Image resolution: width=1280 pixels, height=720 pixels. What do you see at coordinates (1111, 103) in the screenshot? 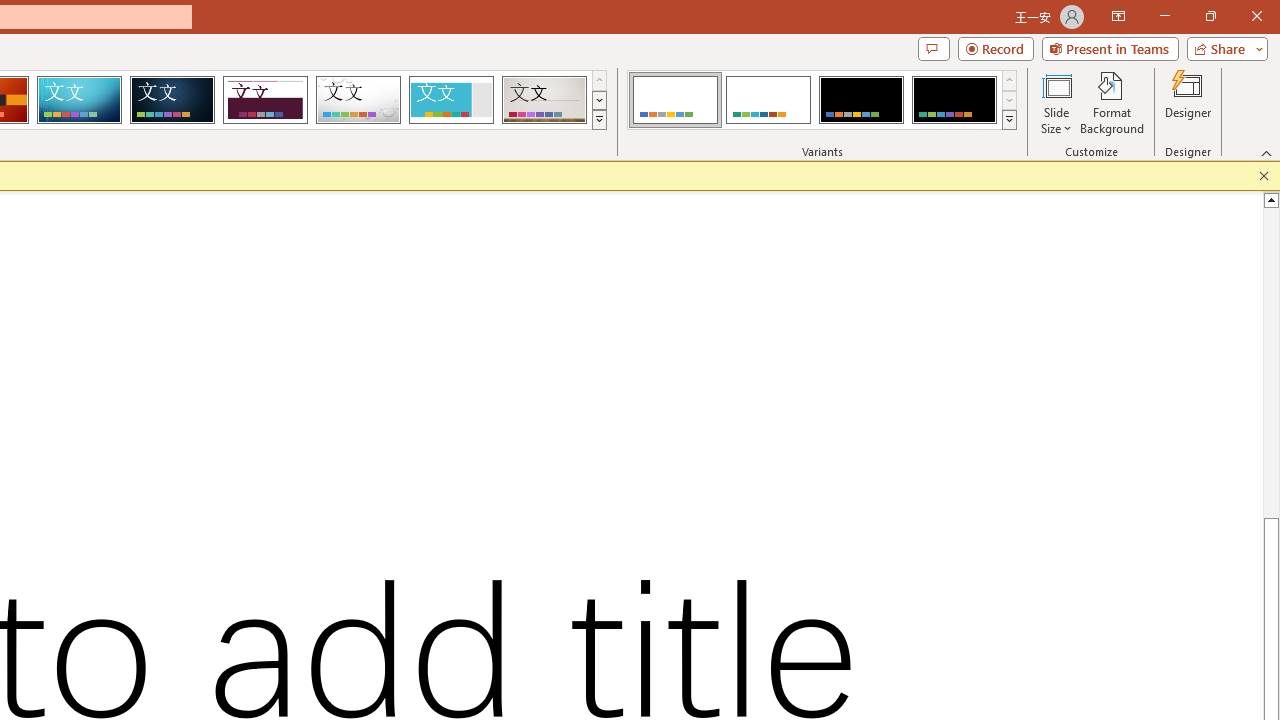
I see `'Format Background'` at bounding box center [1111, 103].